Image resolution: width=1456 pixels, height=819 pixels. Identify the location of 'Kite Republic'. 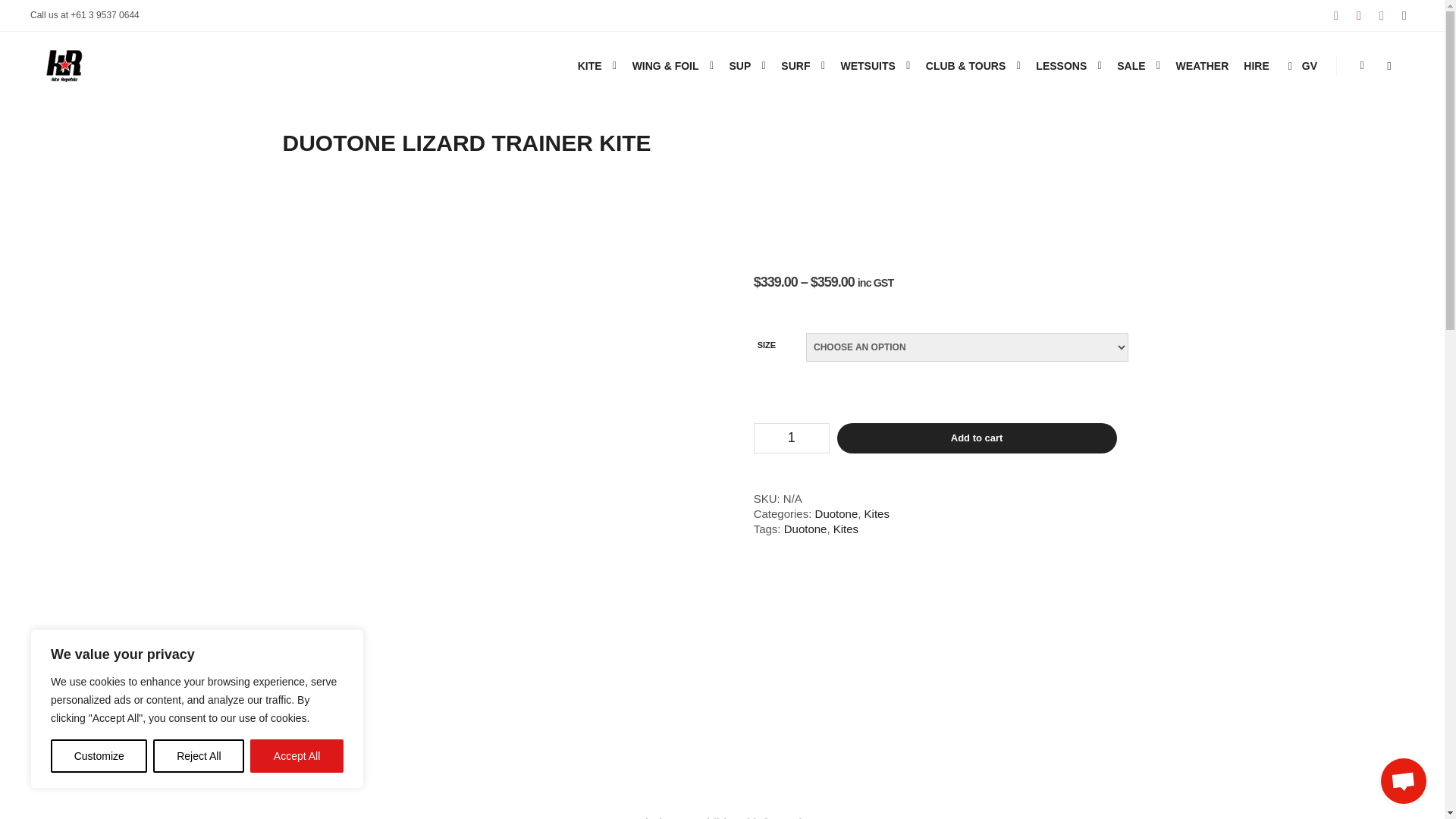
(64, 65).